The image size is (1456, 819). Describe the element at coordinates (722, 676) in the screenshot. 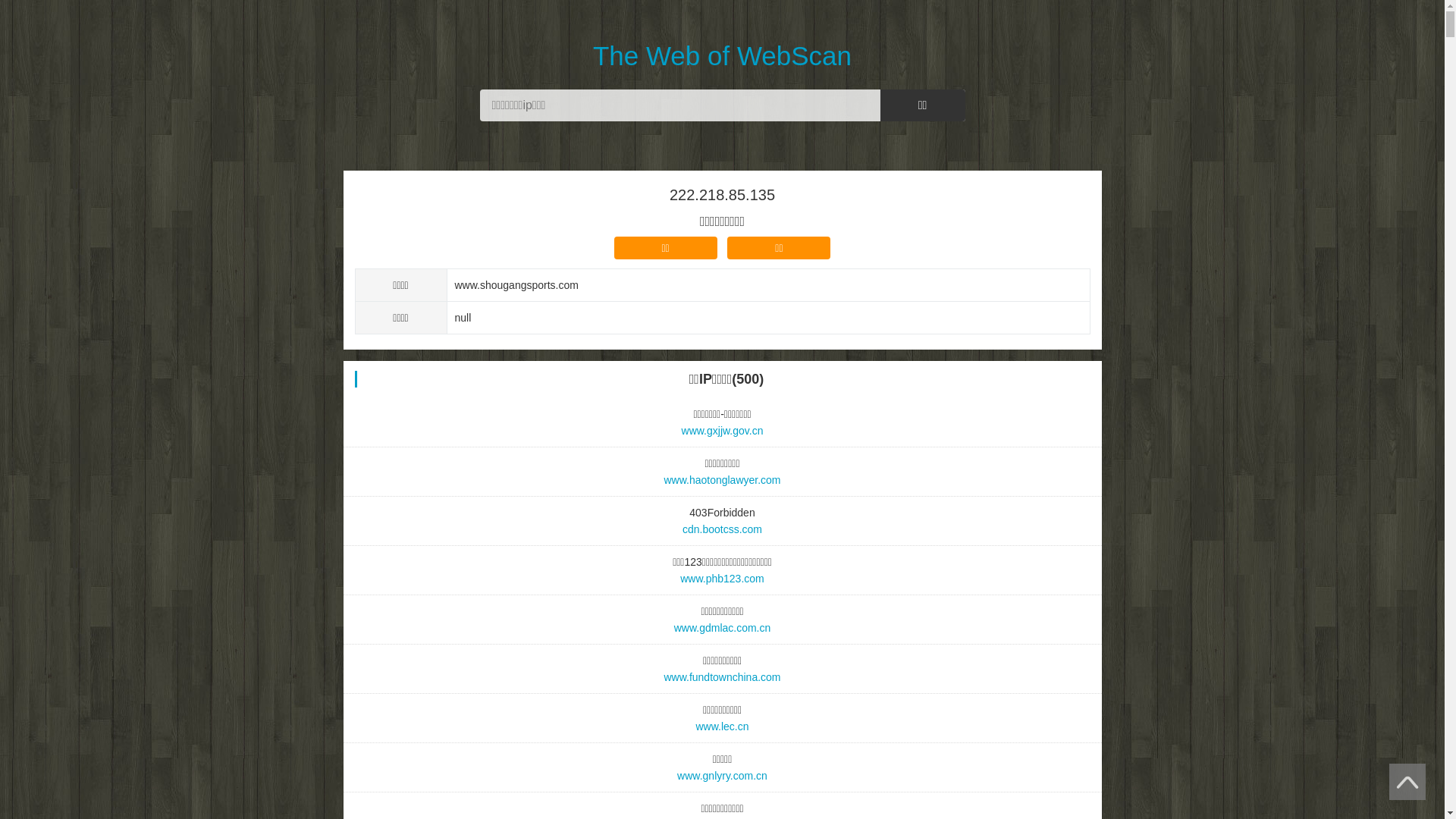

I see `'www.fundtownchina.com'` at that location.